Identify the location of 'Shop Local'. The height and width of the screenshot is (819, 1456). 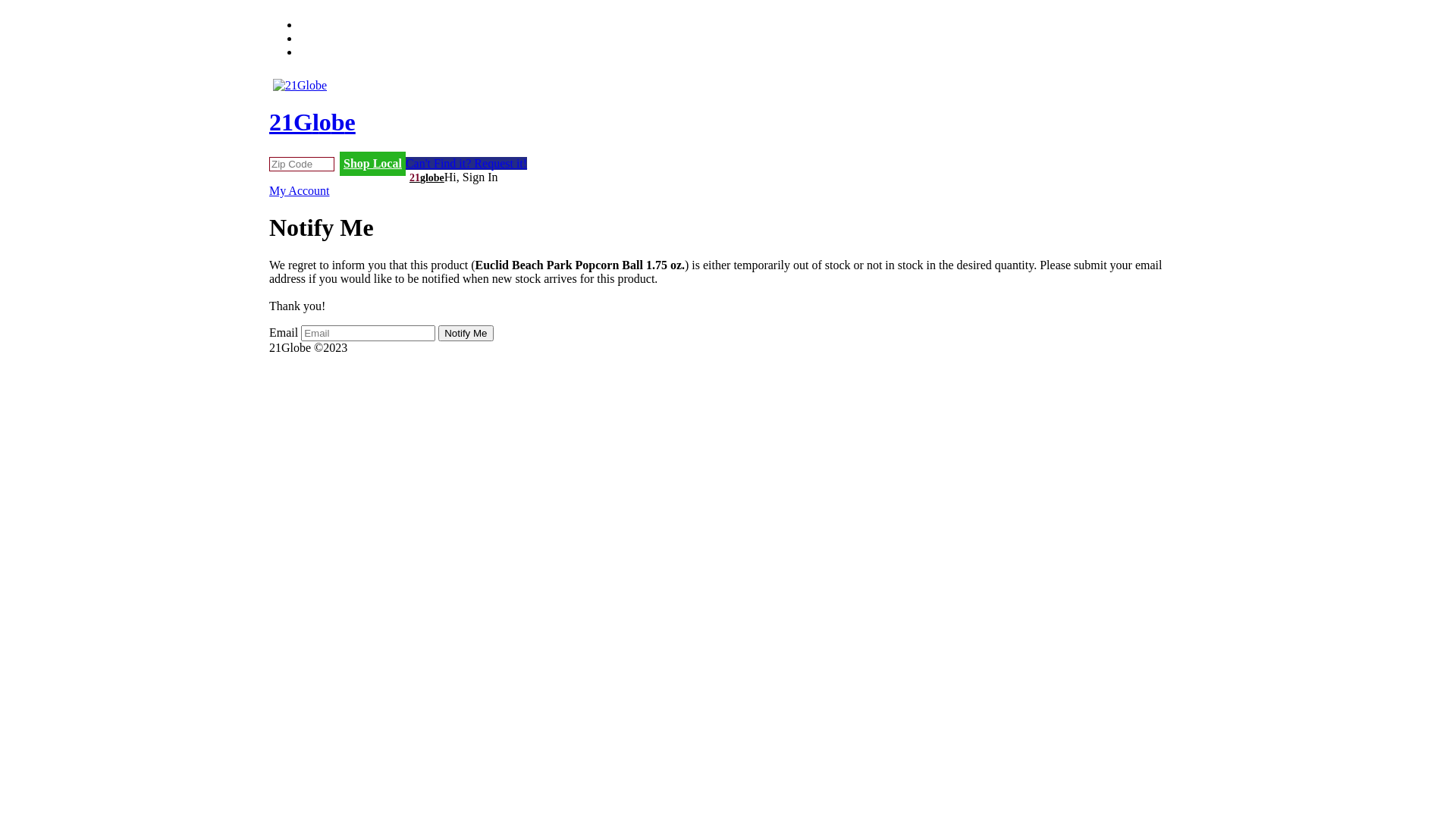
(372, 164).